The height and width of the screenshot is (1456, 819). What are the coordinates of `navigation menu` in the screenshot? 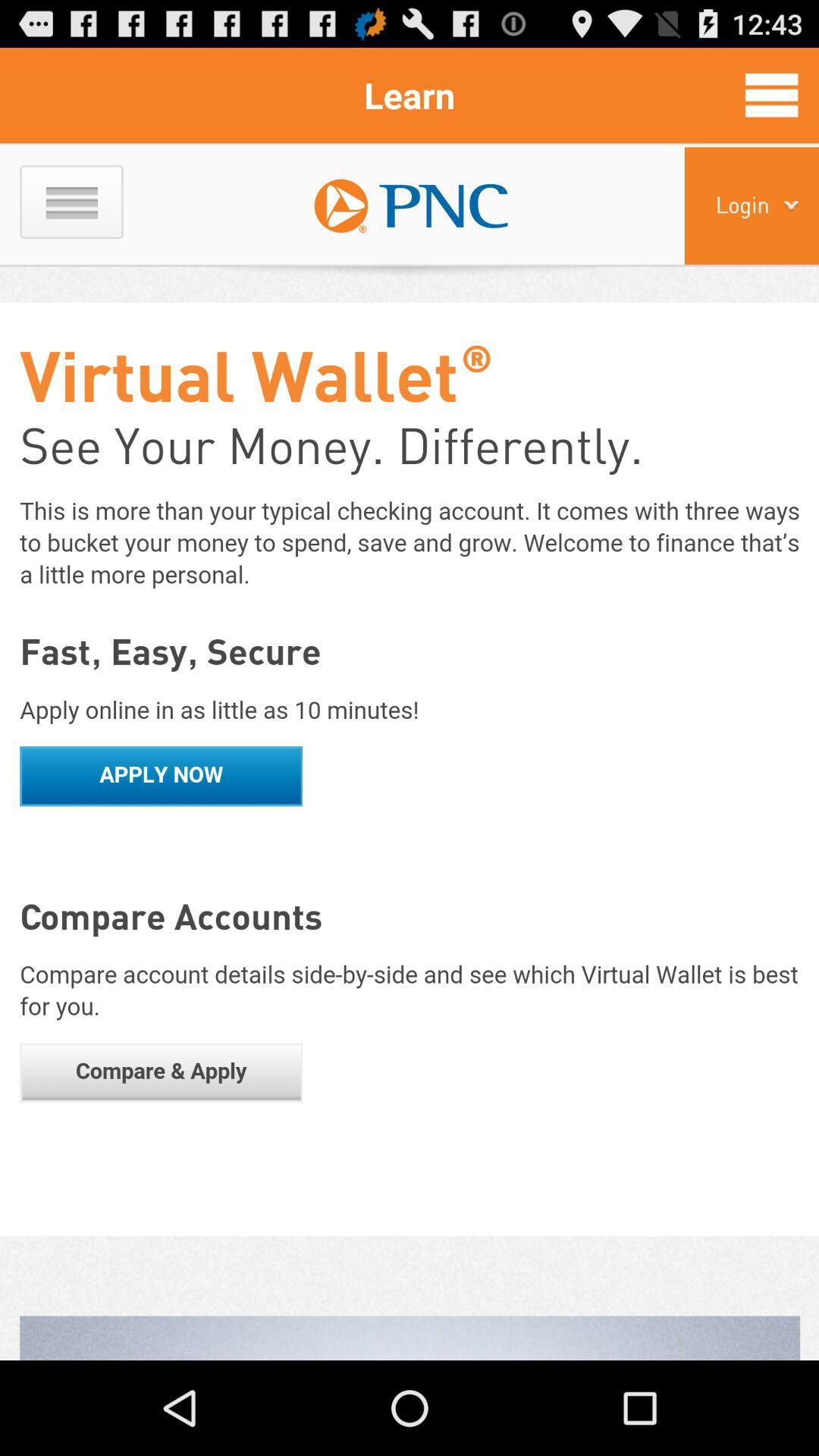 It's located at (771, 94).